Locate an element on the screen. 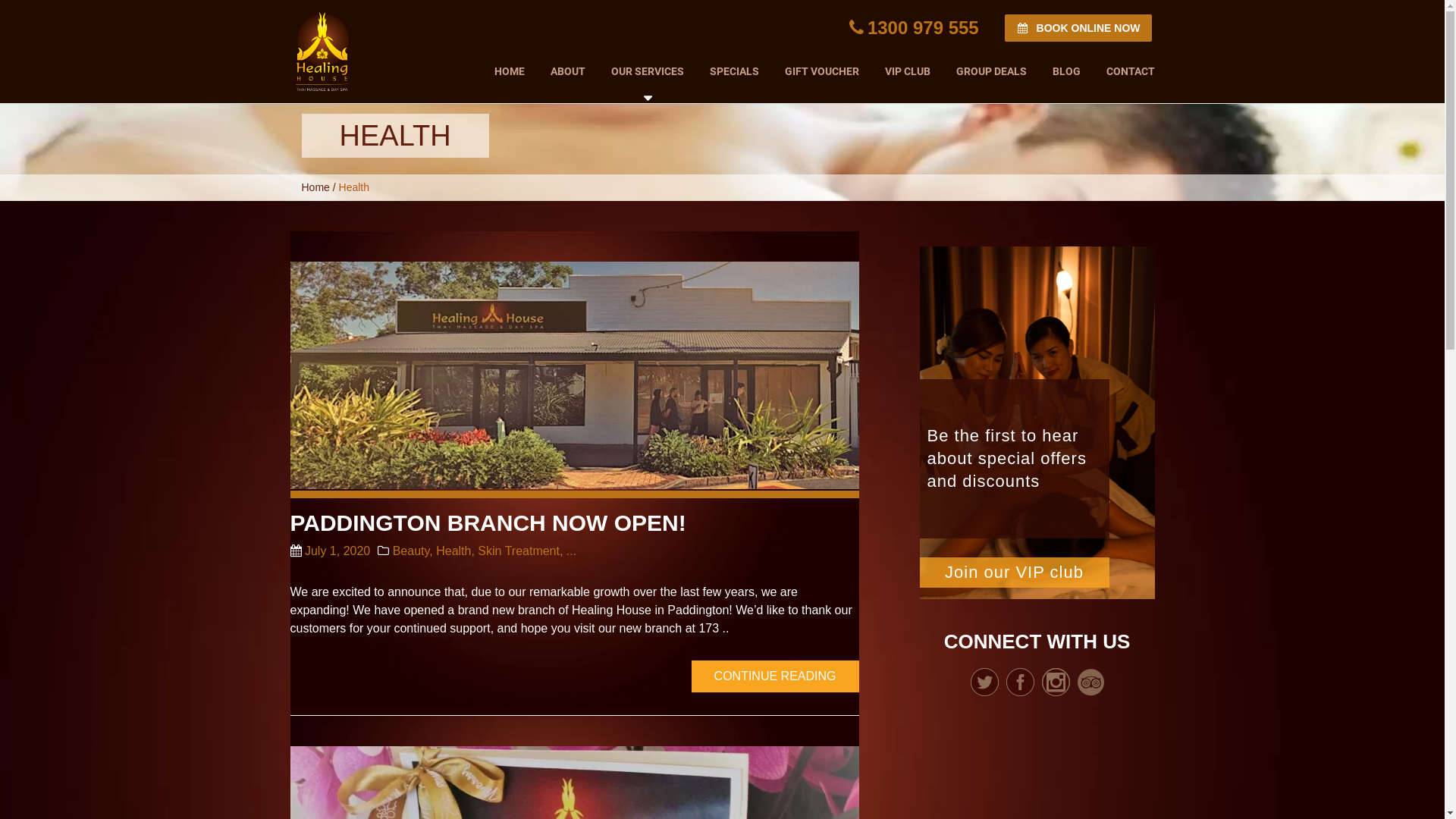 The image size is (1456, 819). 'GIFT VOUCHER' is located at coordinates (771, 67).